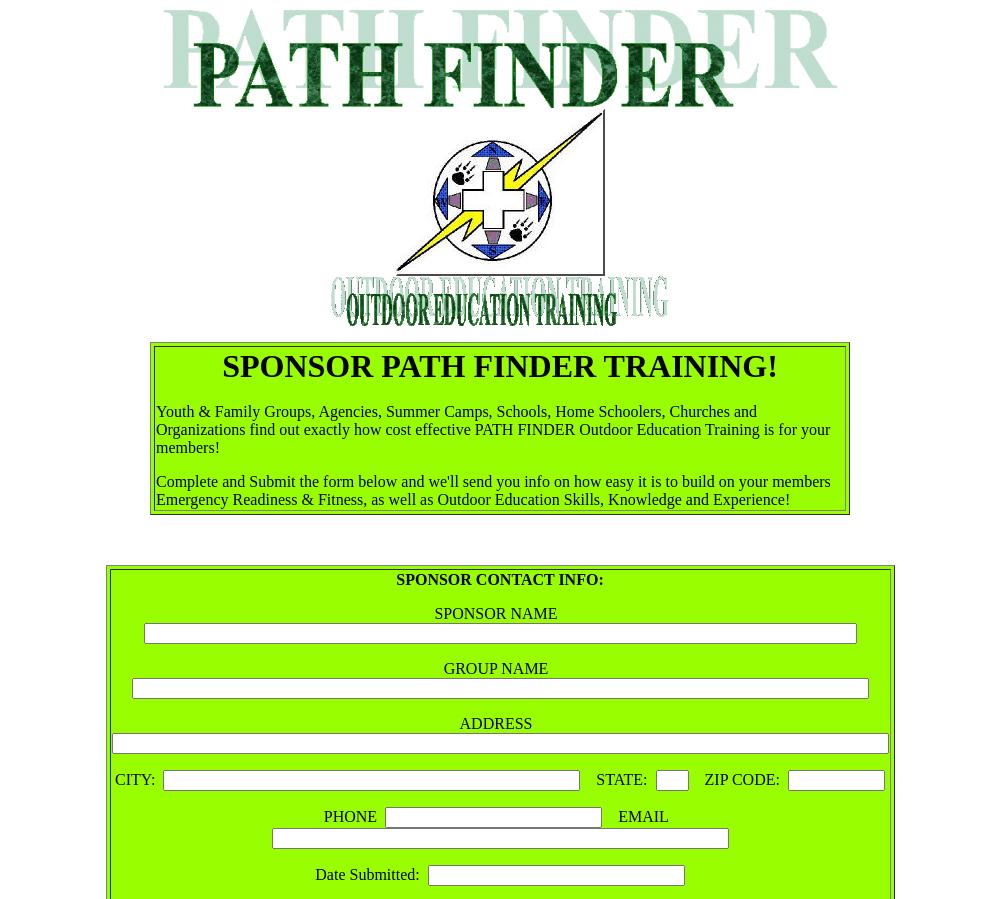 Image resolution: width=1000 pixels, height=899 pixels. What do you see at coordinates (498, 667) in the screenshot?
I see `'GROUP NAME'` at bounding box center [498, 667].